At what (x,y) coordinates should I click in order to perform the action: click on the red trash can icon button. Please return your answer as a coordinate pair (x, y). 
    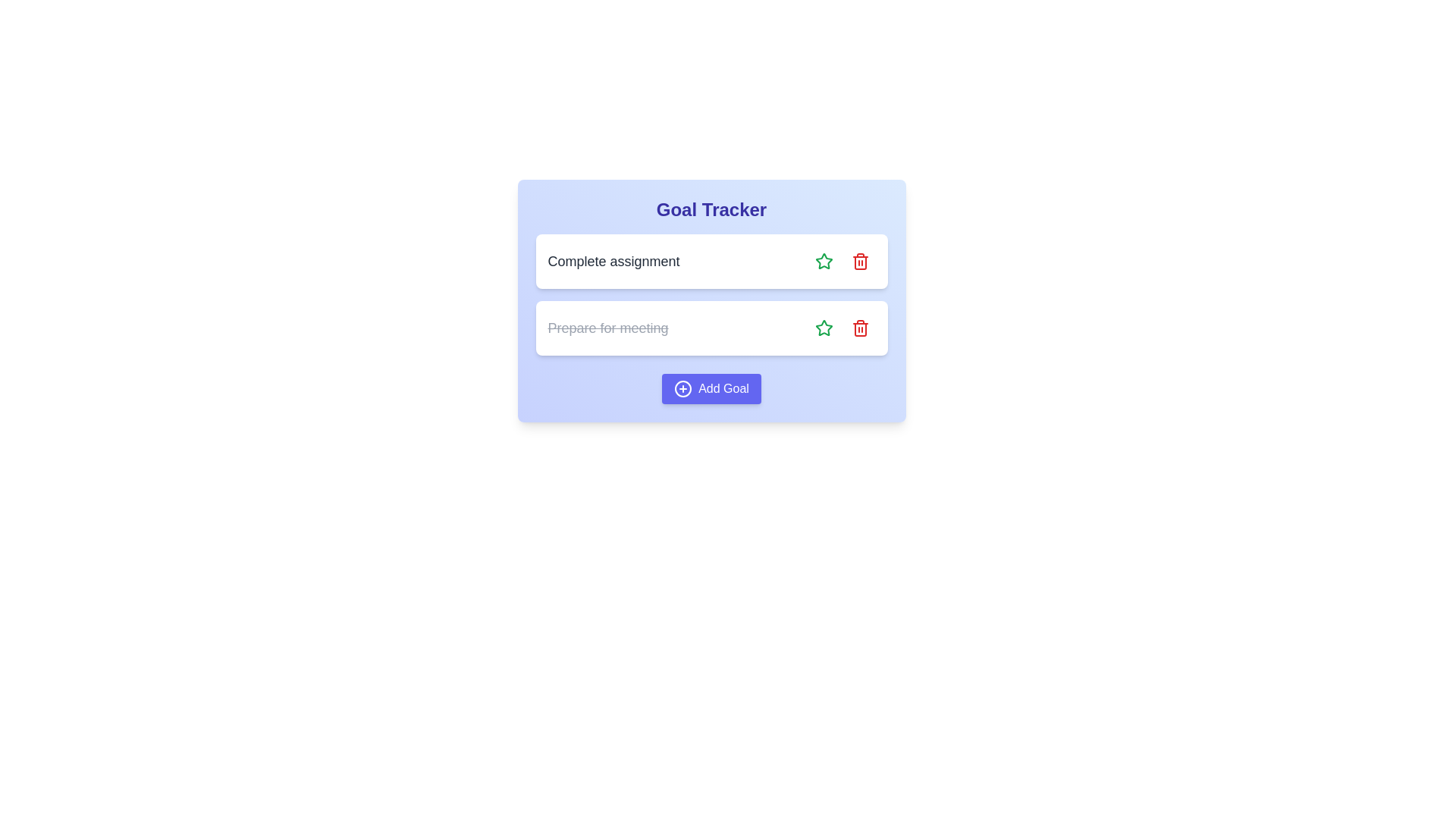
    Looking at the image, I should click on (860, 327).